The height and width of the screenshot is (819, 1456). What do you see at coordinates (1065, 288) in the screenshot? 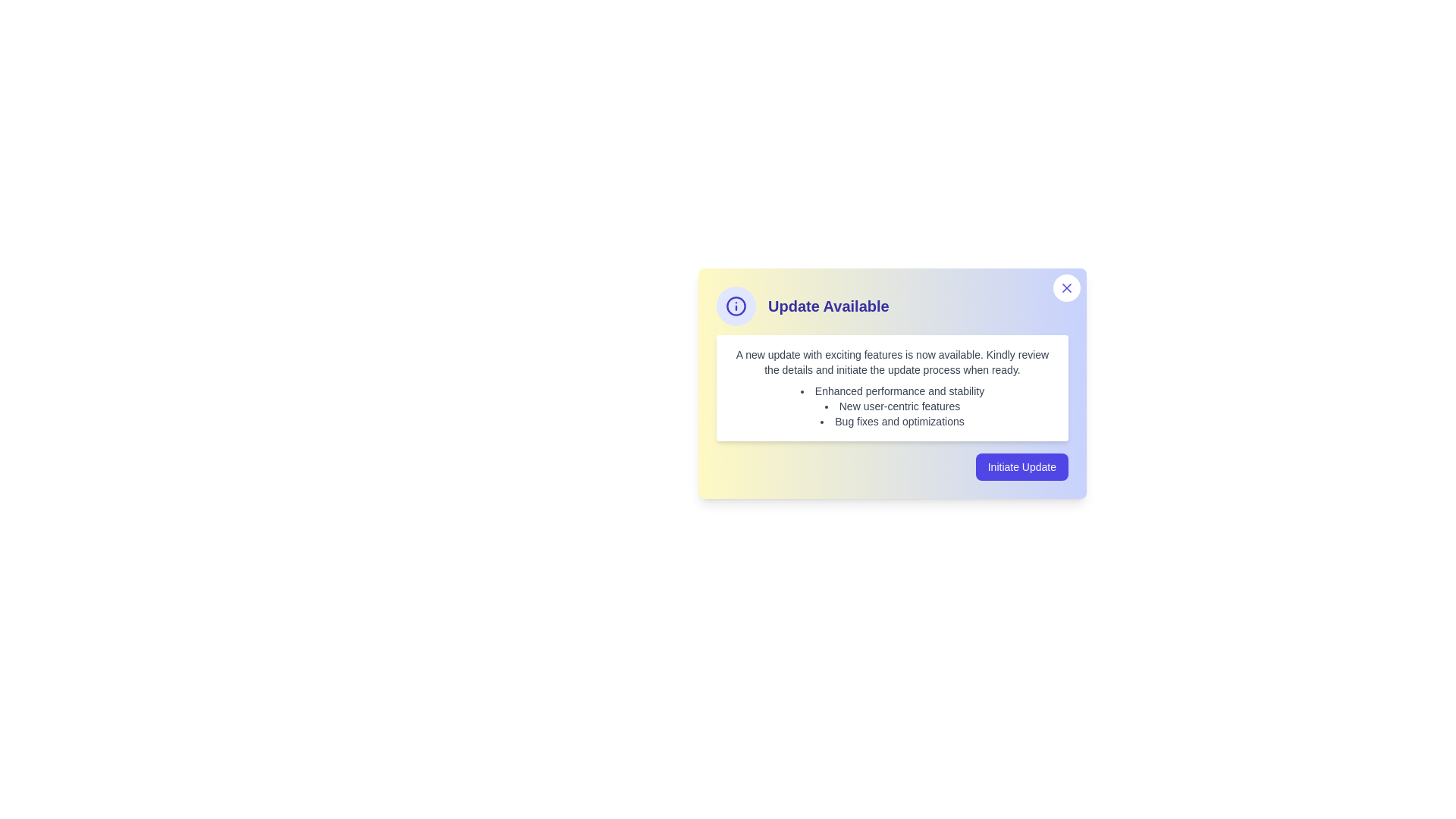
I see `close button at the top-right corner of the alert` at bounding box center [1065, 288].